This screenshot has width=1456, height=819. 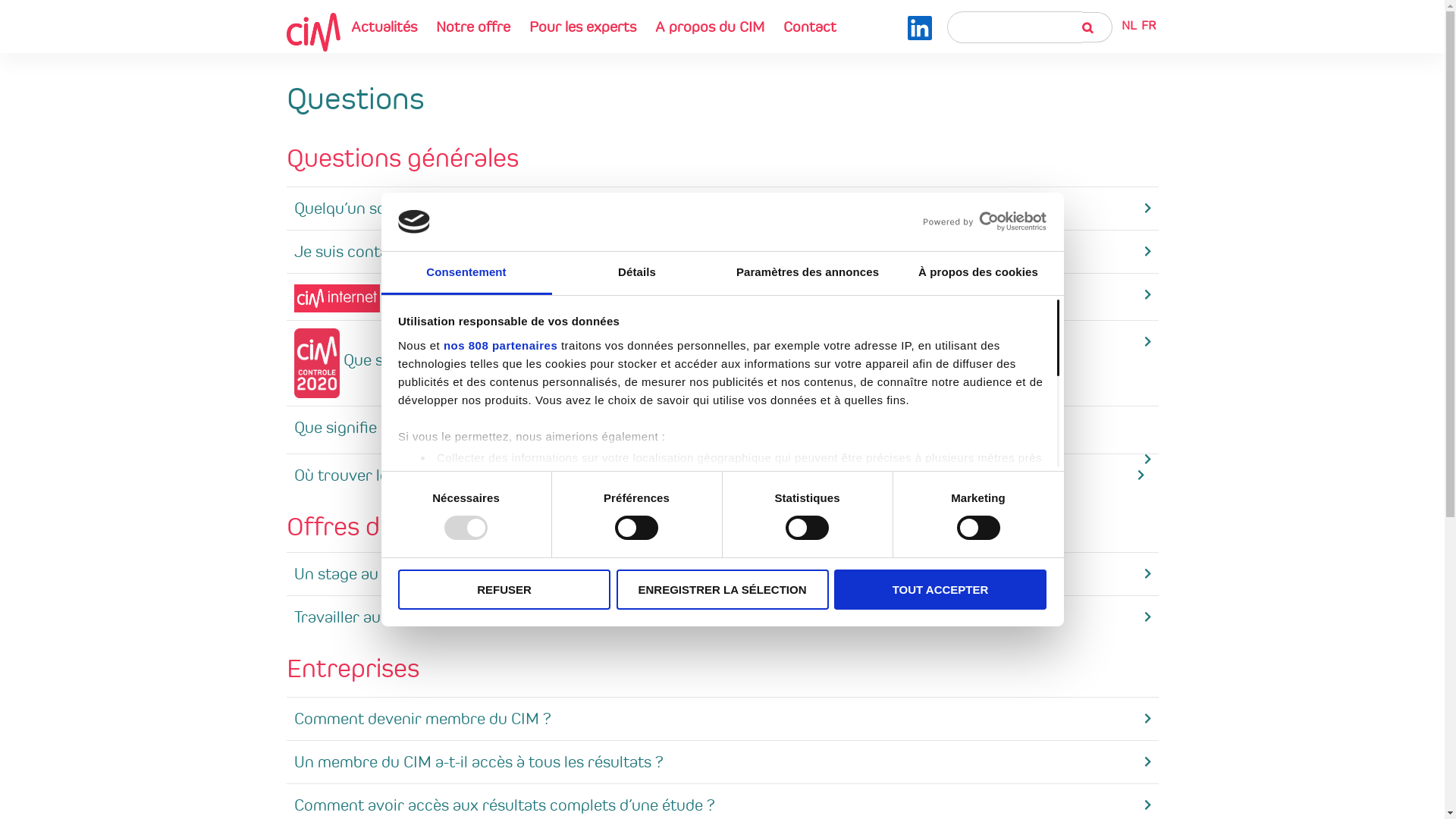 I want to click on 'Contact', so click(x=808, y=26).